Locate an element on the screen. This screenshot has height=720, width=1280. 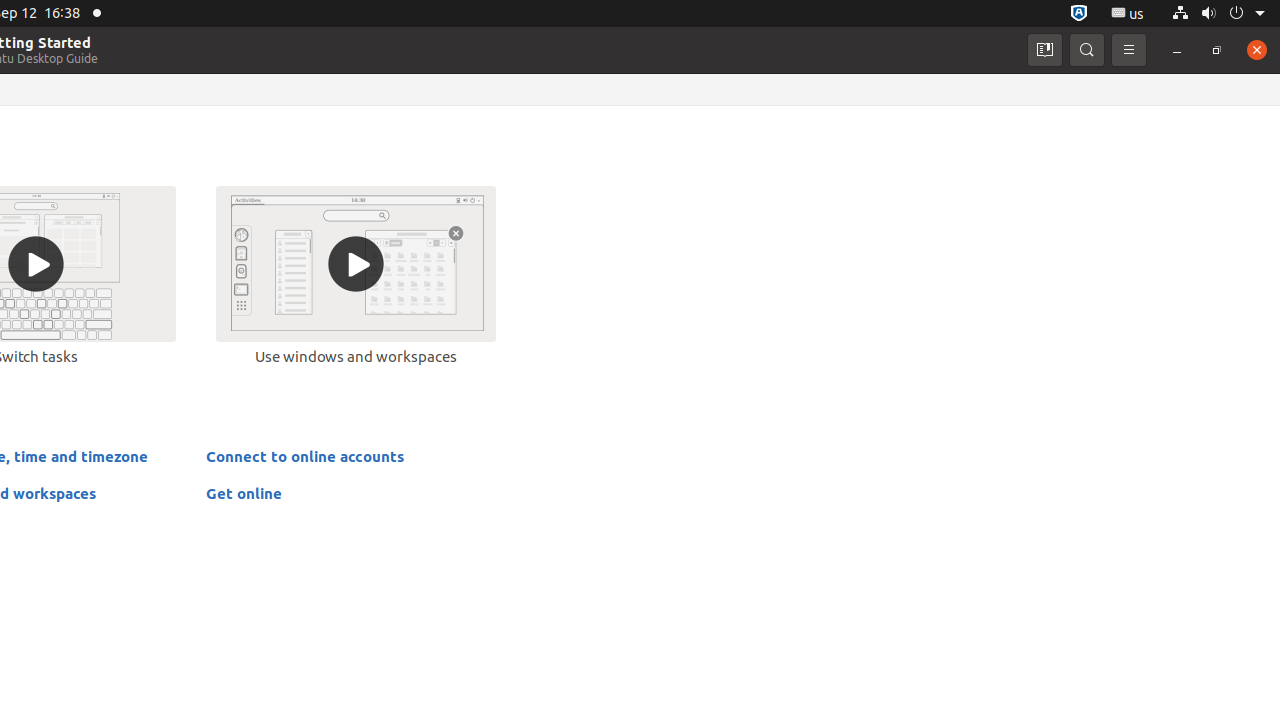
'Close' is located at coordinates (1255, 48).